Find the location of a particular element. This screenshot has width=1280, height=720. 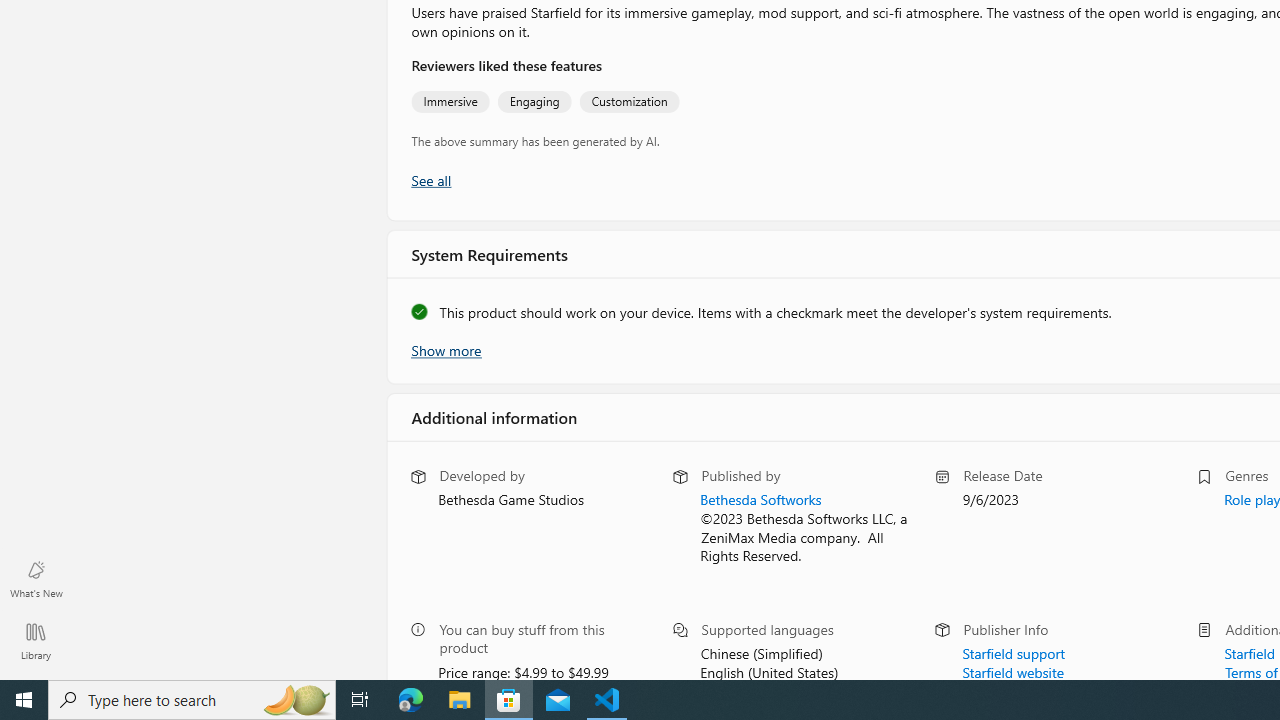

'Bethesda Softworks' is located at coordinates (759, 498).